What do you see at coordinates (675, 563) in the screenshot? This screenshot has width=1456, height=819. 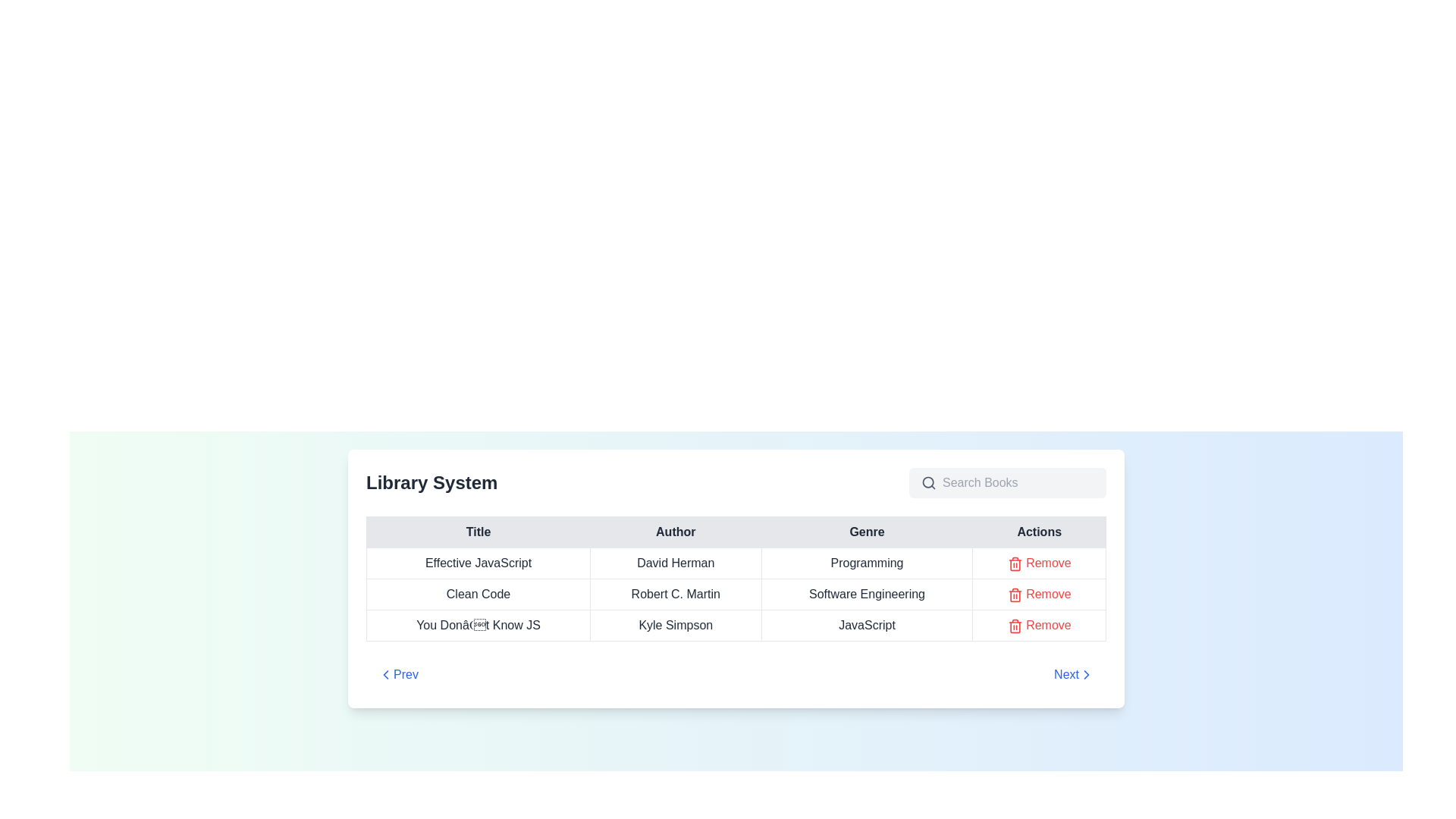 I see `the text label displaying 'David Herman' located in the 'Author' column of the first data row in the table for the book 'Effective JavaScript'` at bounding box center [675, 563].